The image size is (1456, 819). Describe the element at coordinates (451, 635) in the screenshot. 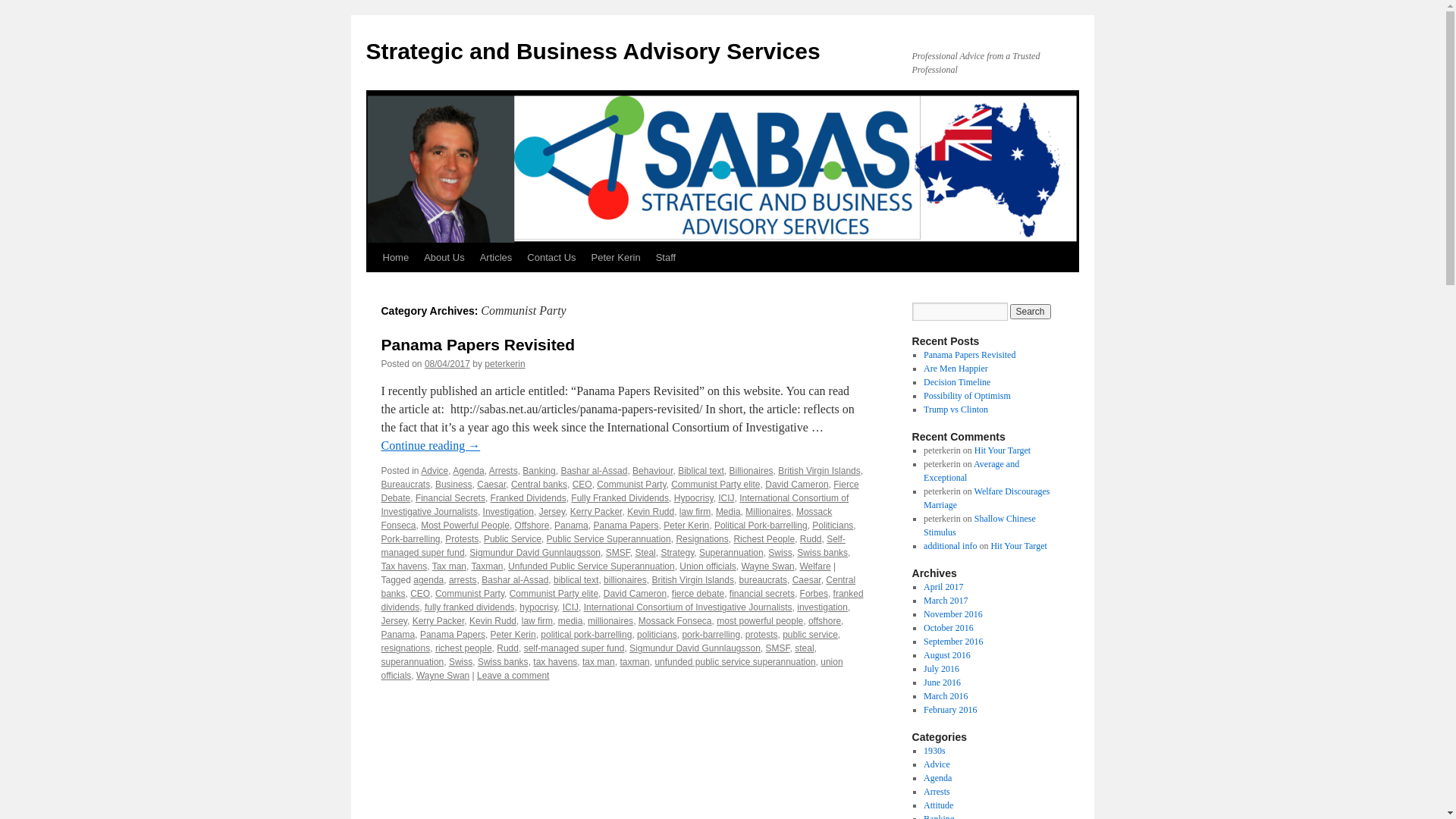

I see `'Panama Papers'` at that location.